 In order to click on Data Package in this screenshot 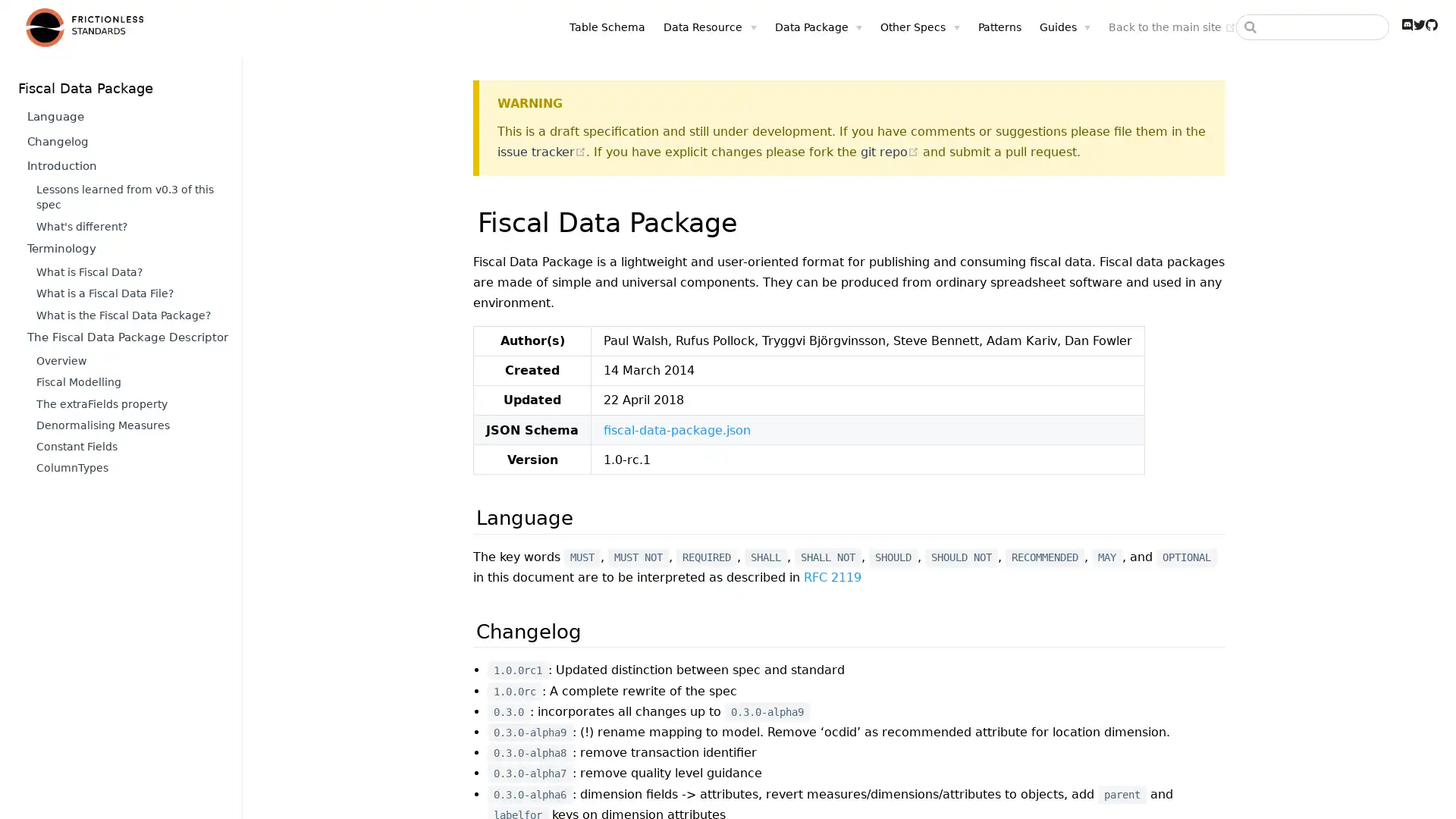, I will do `click(817, 27)`.